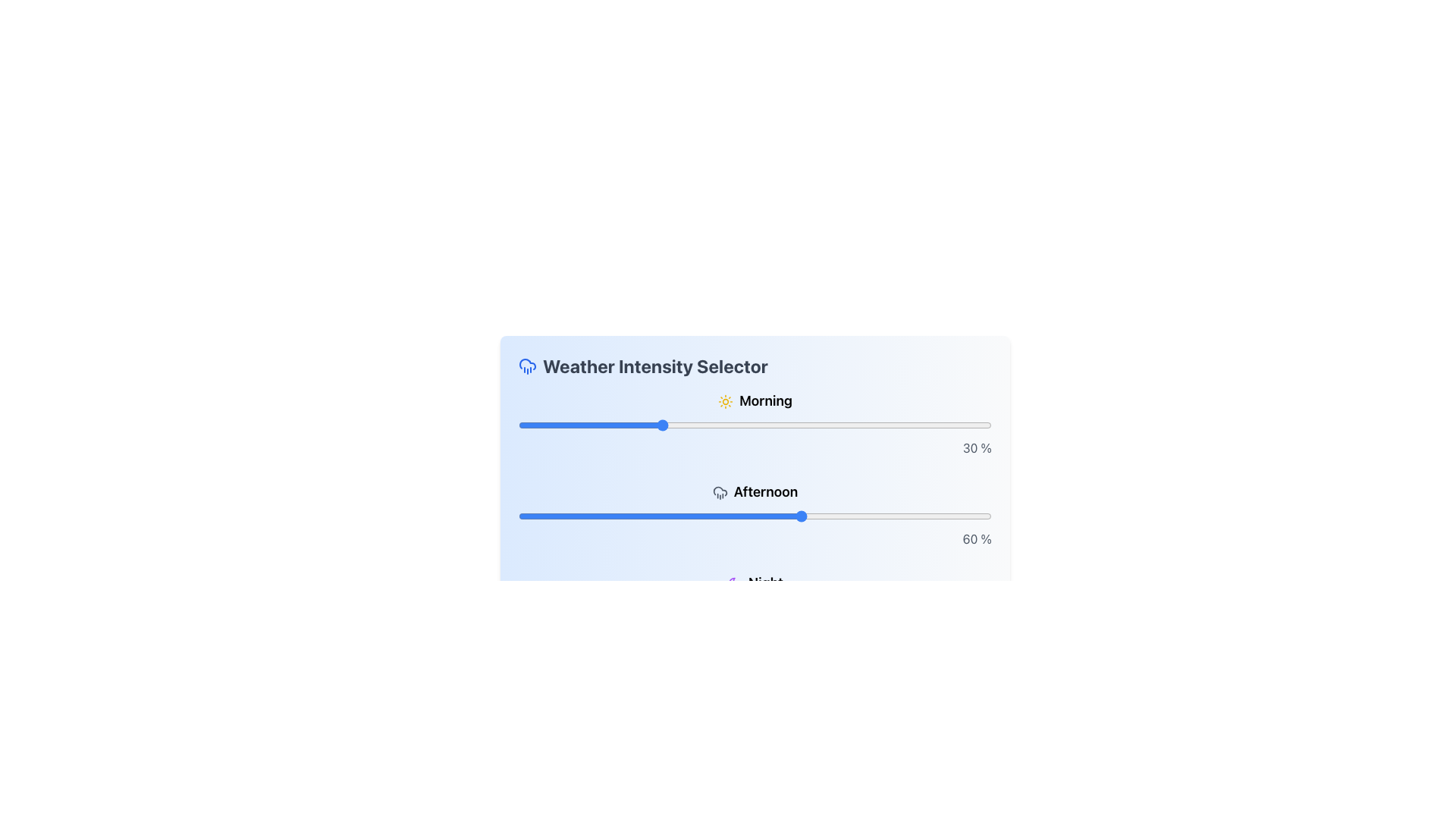 The width and height of the screenshot is (1456, 819). I want to click on value displayed in the right-aligned text label showing '60 %' located below the slider in the 'Afternoon' section, so click(755, 538).